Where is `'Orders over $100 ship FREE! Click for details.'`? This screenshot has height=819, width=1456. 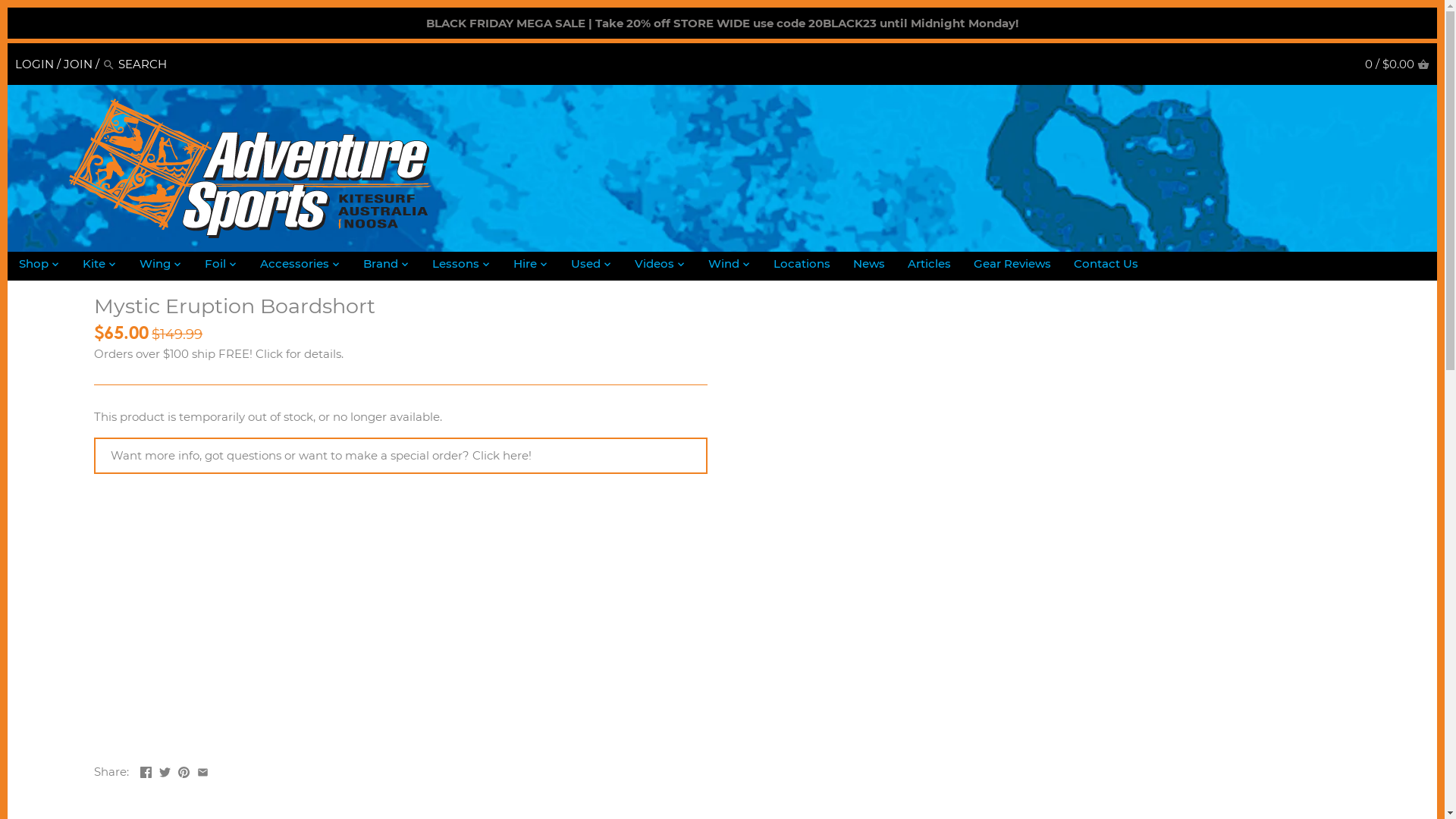
'Orders over $100 ship FREE! Click for details.' is located at coordinates (218, 353).